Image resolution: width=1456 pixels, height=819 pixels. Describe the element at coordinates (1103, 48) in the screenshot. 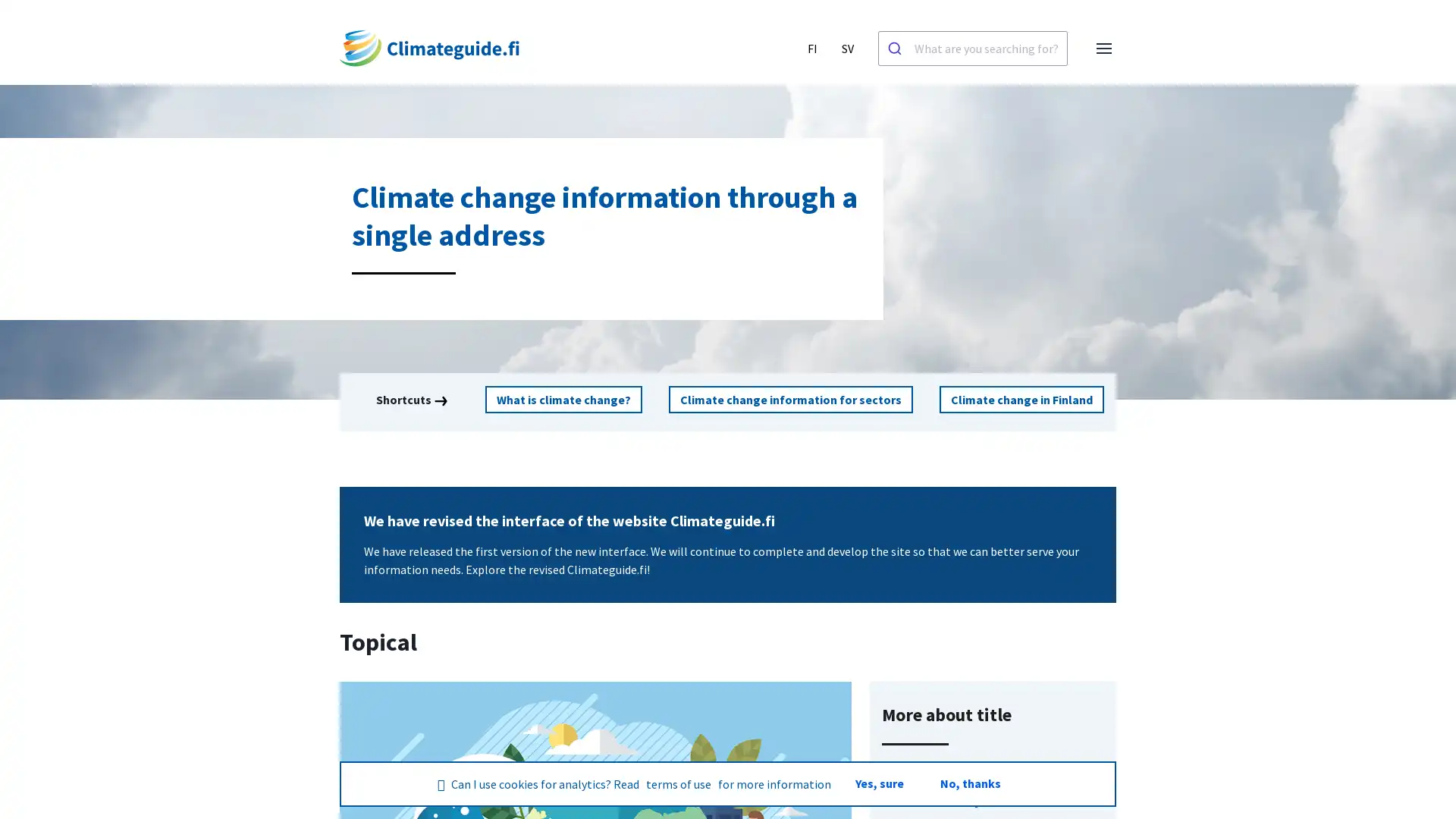

I see `Open menu` at that location.